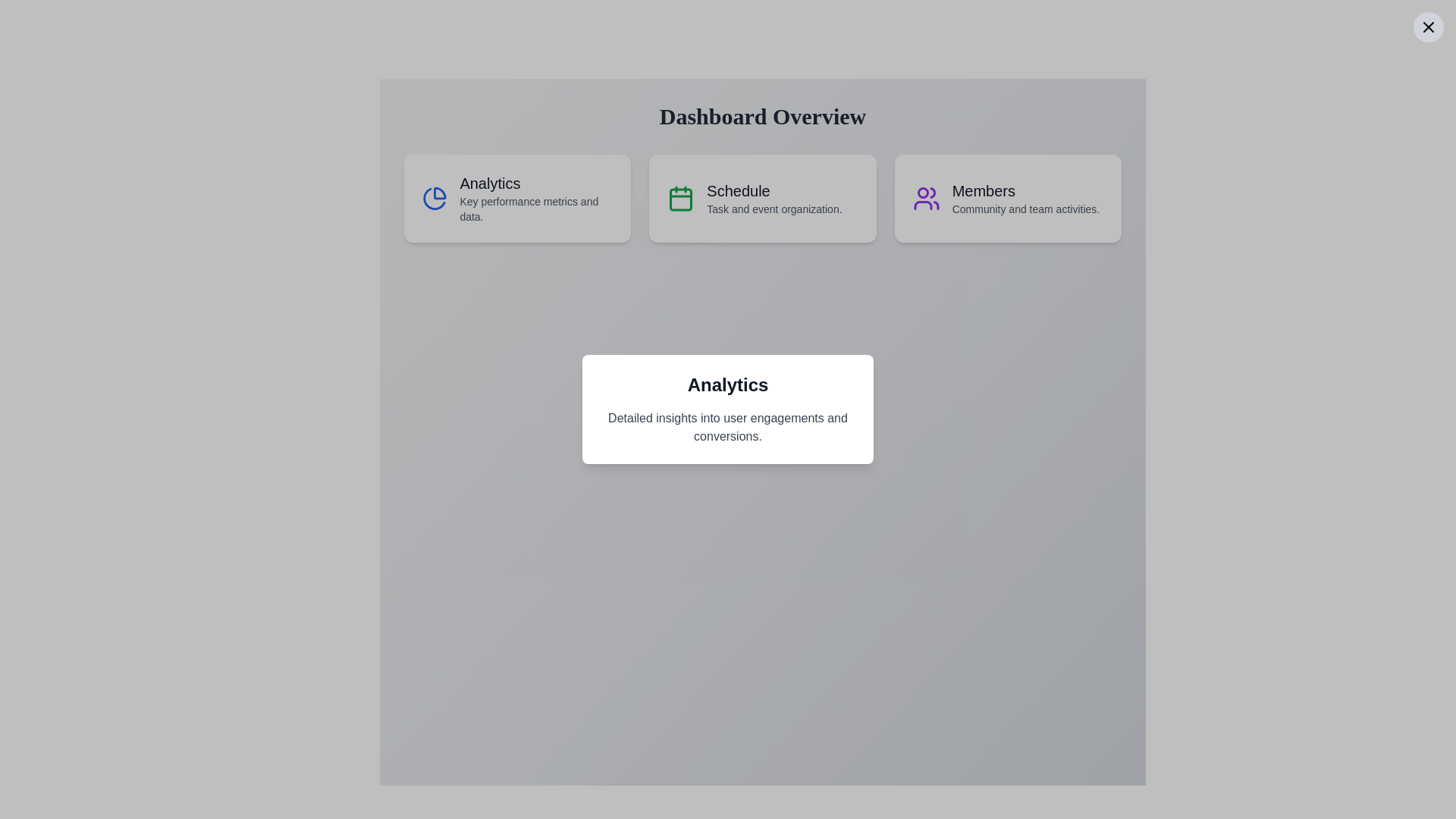 The image size is (1456, 819). What do you see at coordinates (536, 209) in the screenshot?
I see `the descriptive text label under the 'Analytics' heading in the first column of the grid layout, which provides context for key performance metrics` at bounding box center [536, 209].